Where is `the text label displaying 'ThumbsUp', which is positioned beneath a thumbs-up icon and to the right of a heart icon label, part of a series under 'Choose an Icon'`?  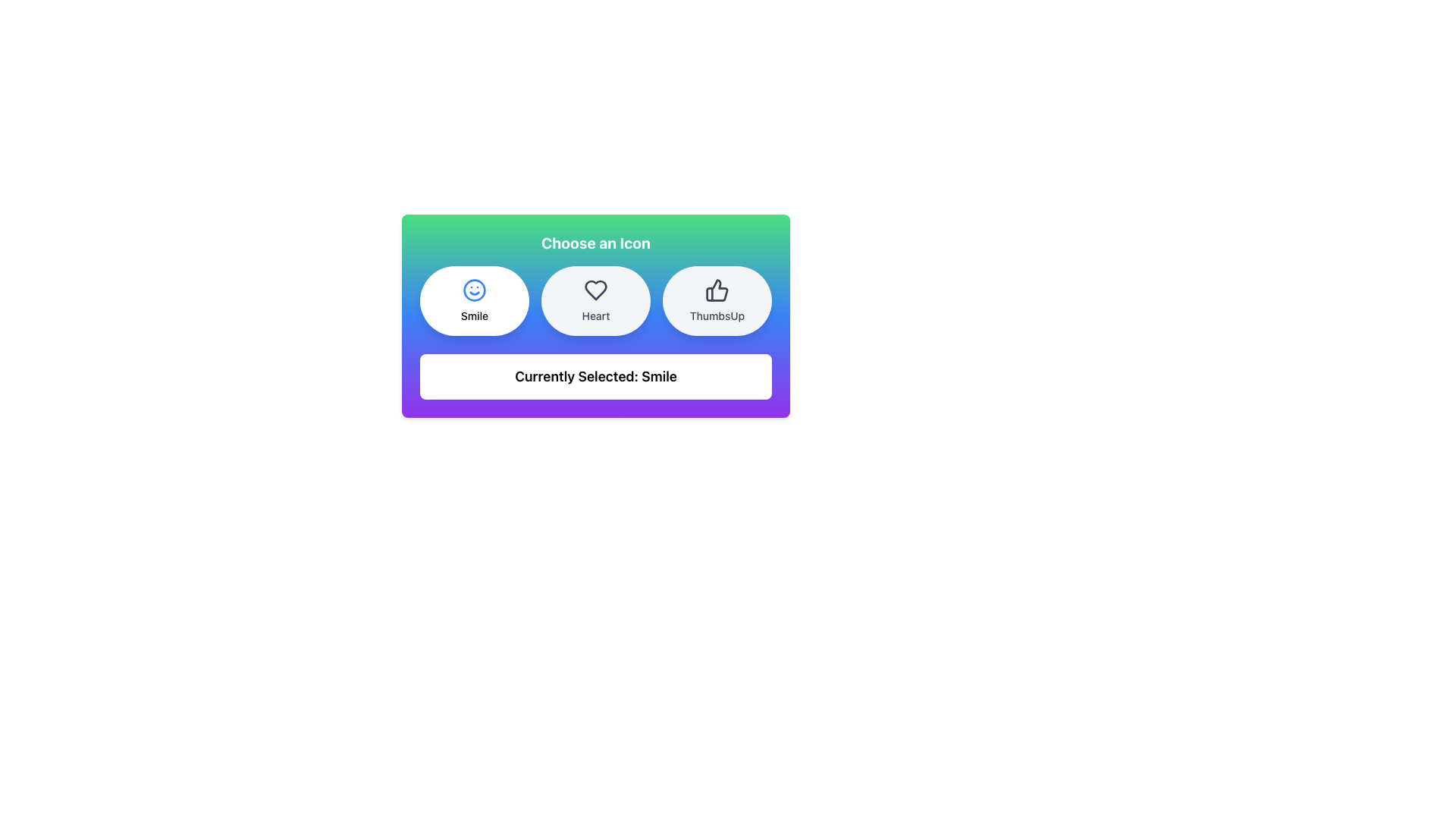
the text label displaying 'ThumbsUp', which is positioned beneath a thumbs-up icon and to the right of a heart icon label, part of a series under 'Choose an Icon' is located at coordinates (716, 315).